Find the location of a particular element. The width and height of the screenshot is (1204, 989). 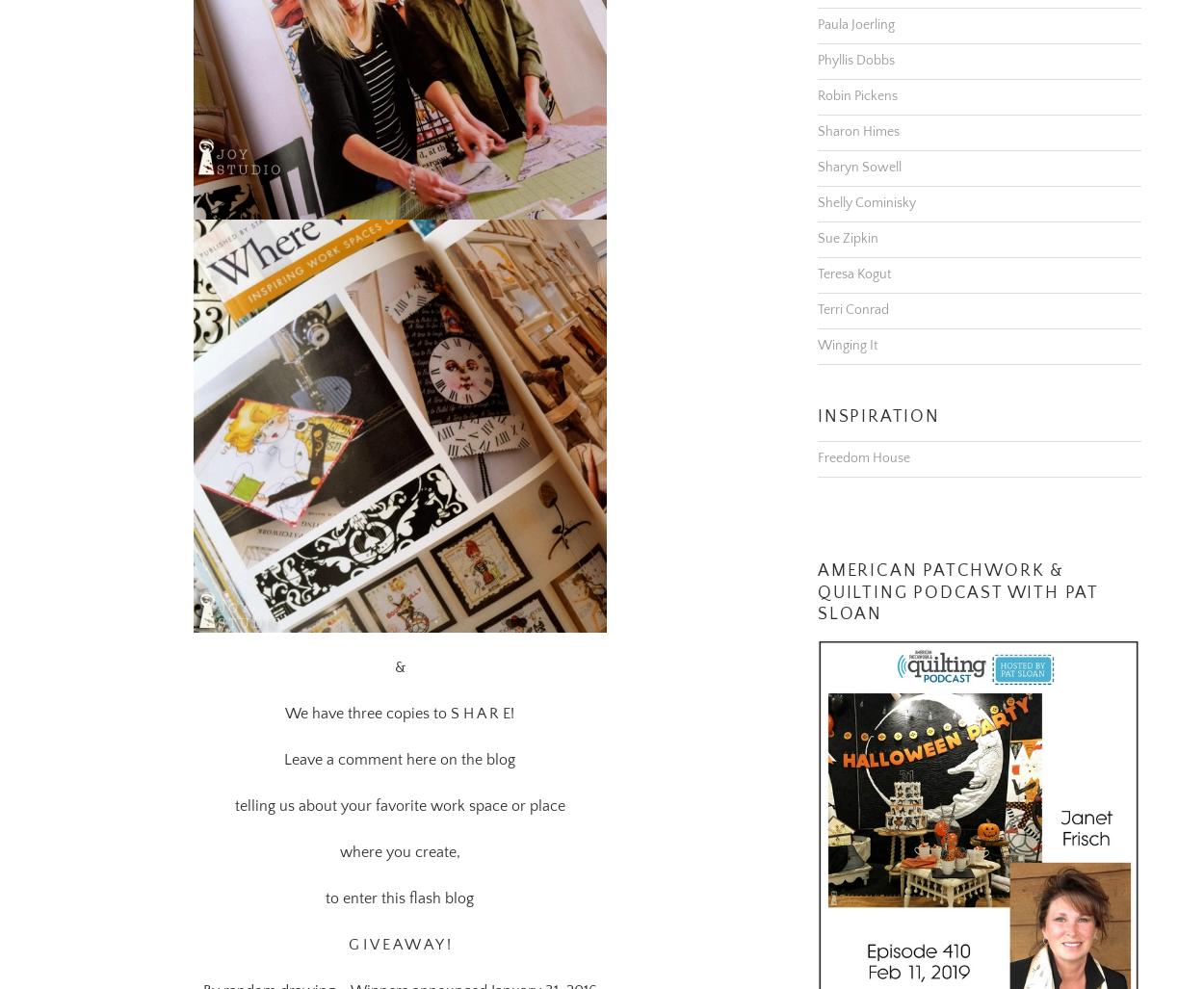

'Shelly Cominisky' is located at coordinates (867, 177).